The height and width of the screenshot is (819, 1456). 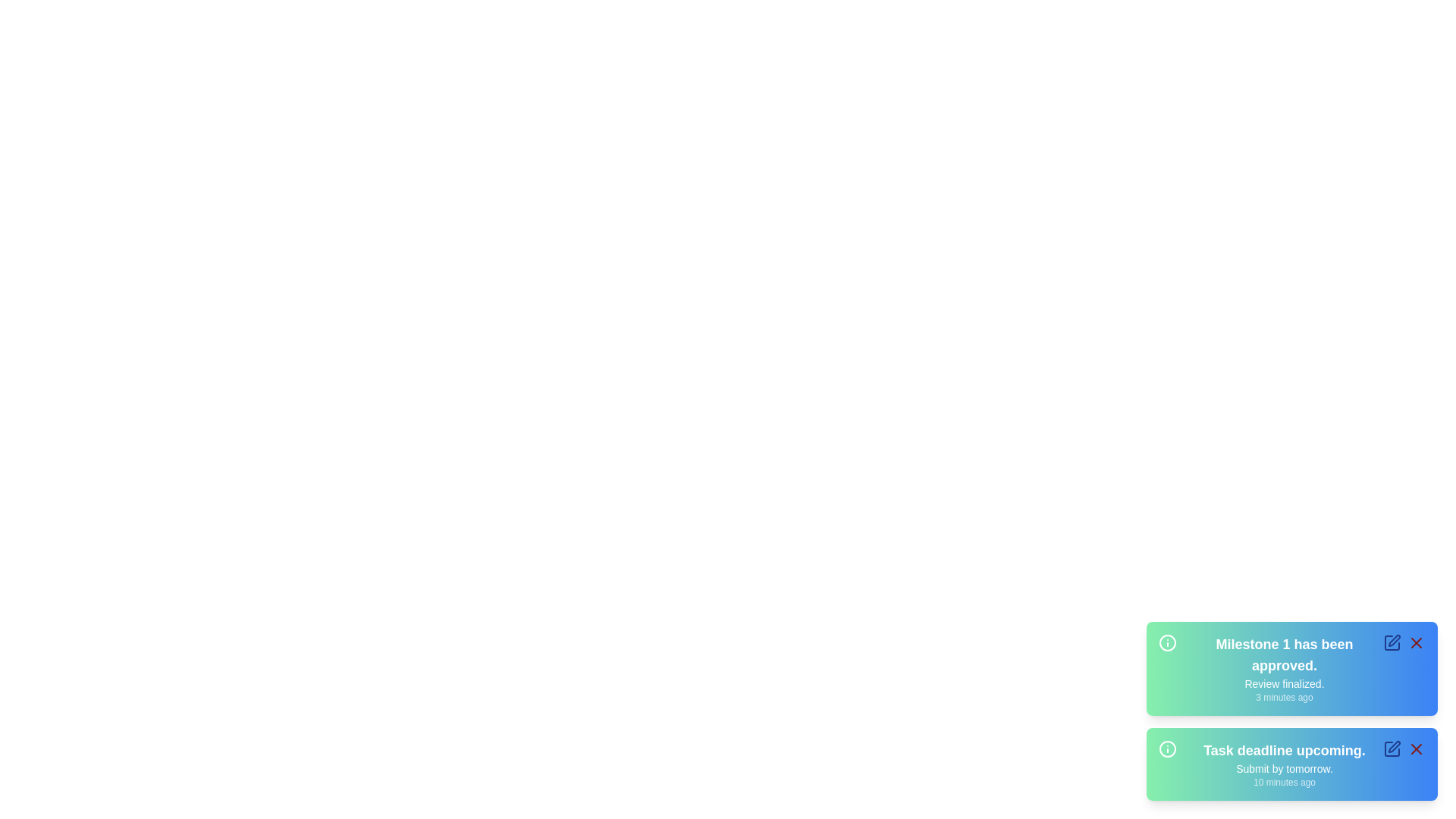 I want to click on edit button for the notification titled 'Task deadline upcoming.', so click(x=1392, y=748).